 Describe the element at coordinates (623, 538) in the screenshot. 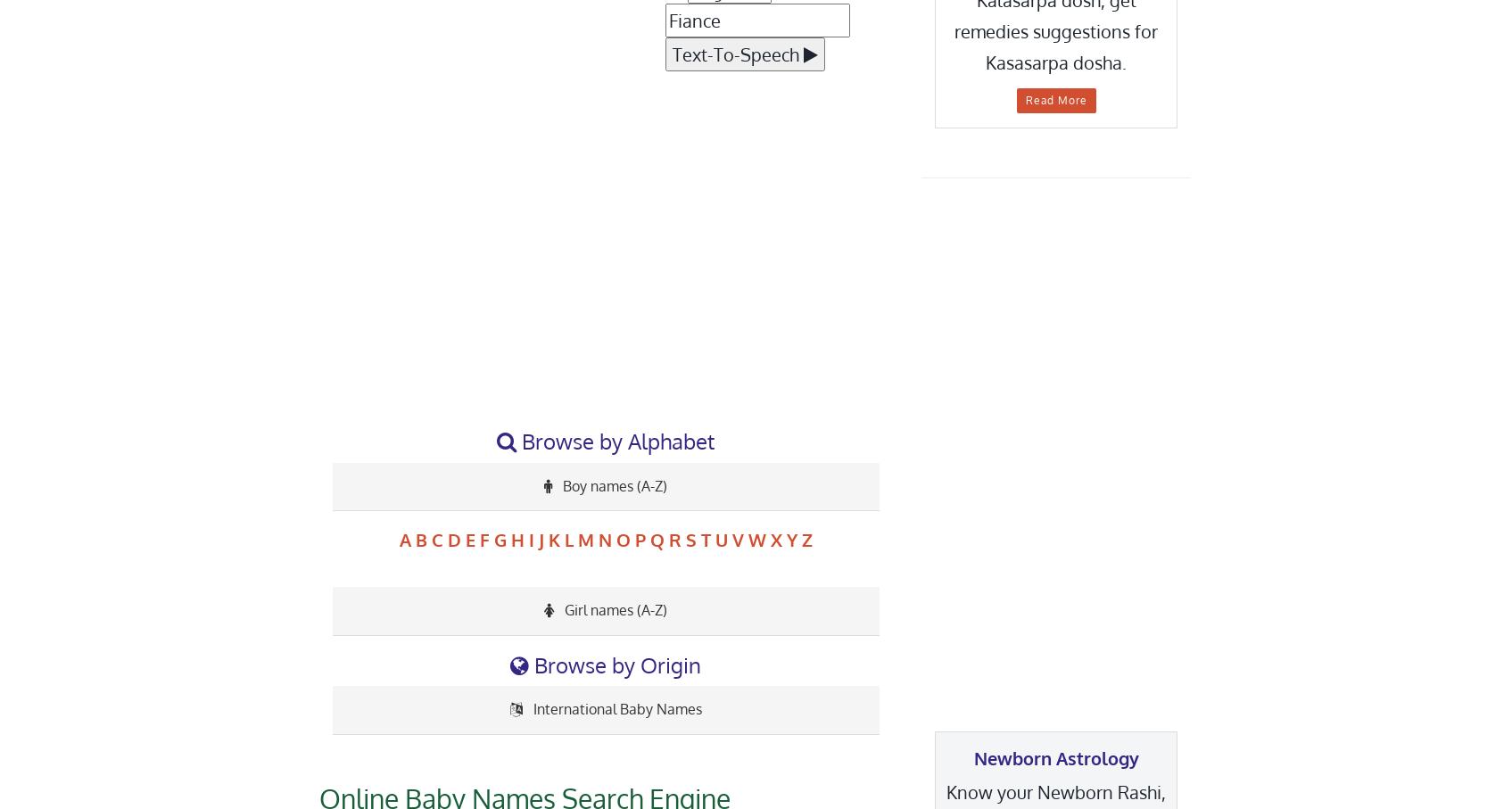

I see `'O'` at that location.